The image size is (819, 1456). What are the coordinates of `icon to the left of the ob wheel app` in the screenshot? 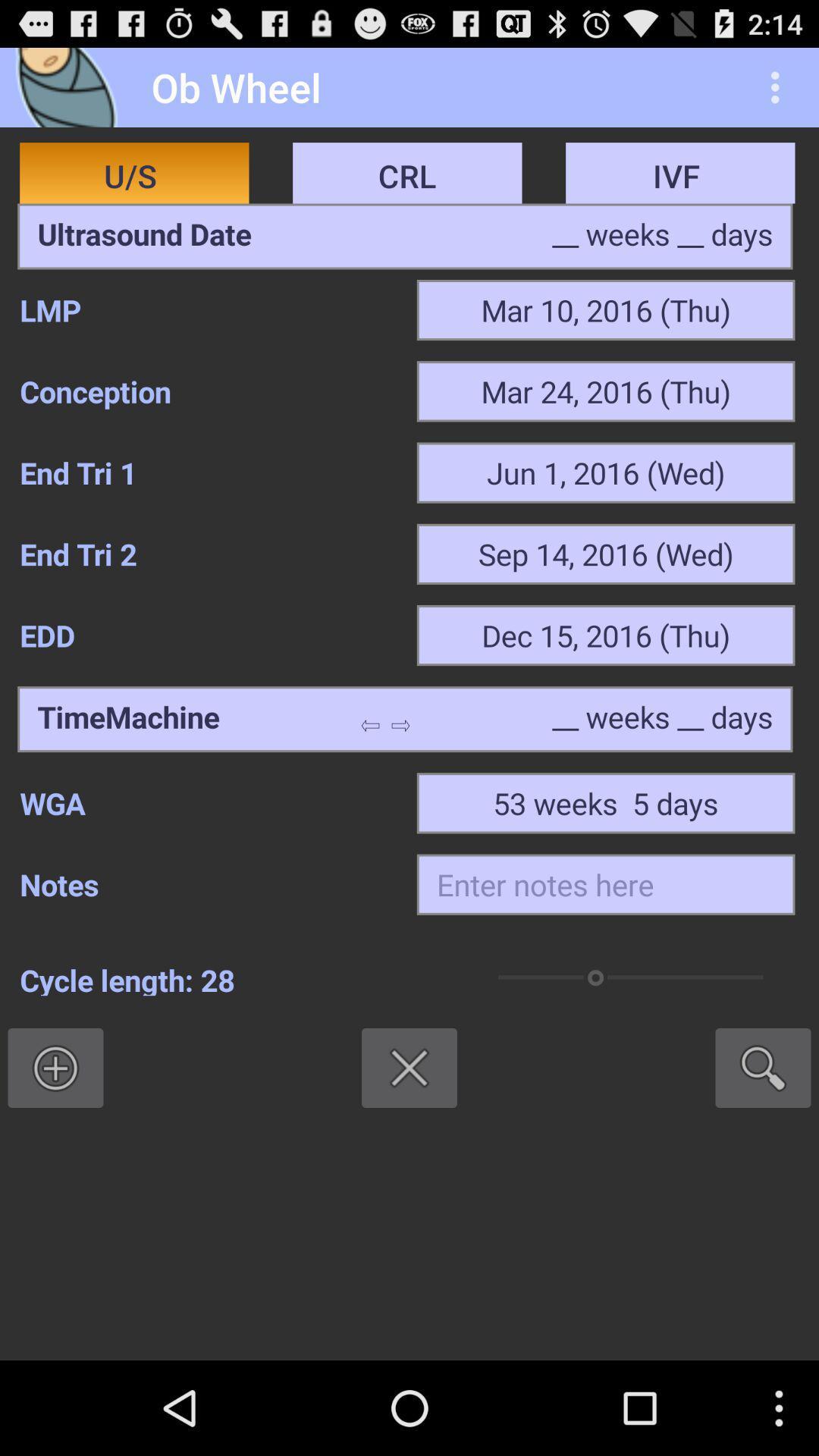 It's located at (71, 86).